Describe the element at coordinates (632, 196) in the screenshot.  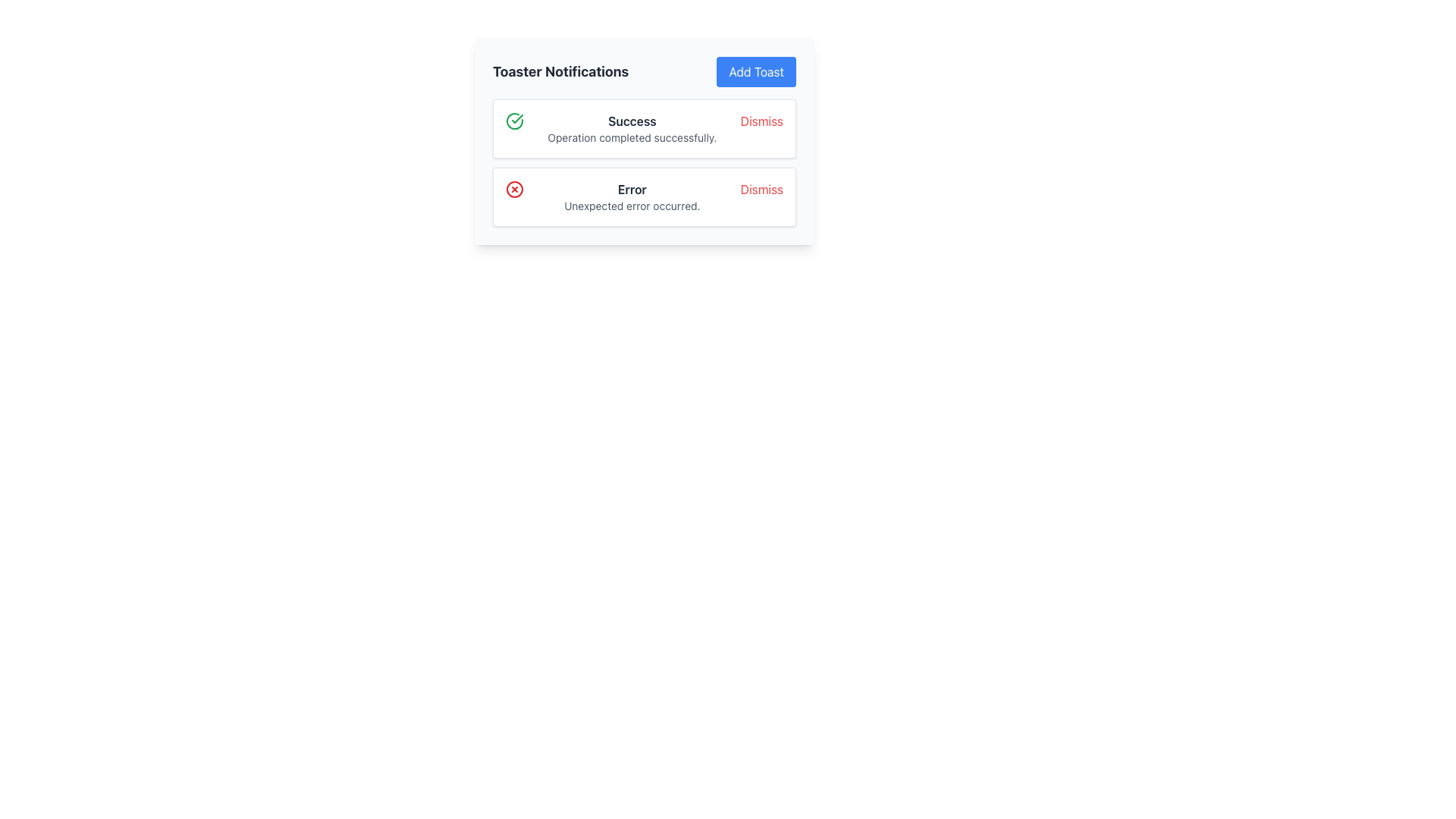
I see `message displayed in the notification box, which states 'Error' in bold followed by 'Unexpected error occurred.'` at that location.